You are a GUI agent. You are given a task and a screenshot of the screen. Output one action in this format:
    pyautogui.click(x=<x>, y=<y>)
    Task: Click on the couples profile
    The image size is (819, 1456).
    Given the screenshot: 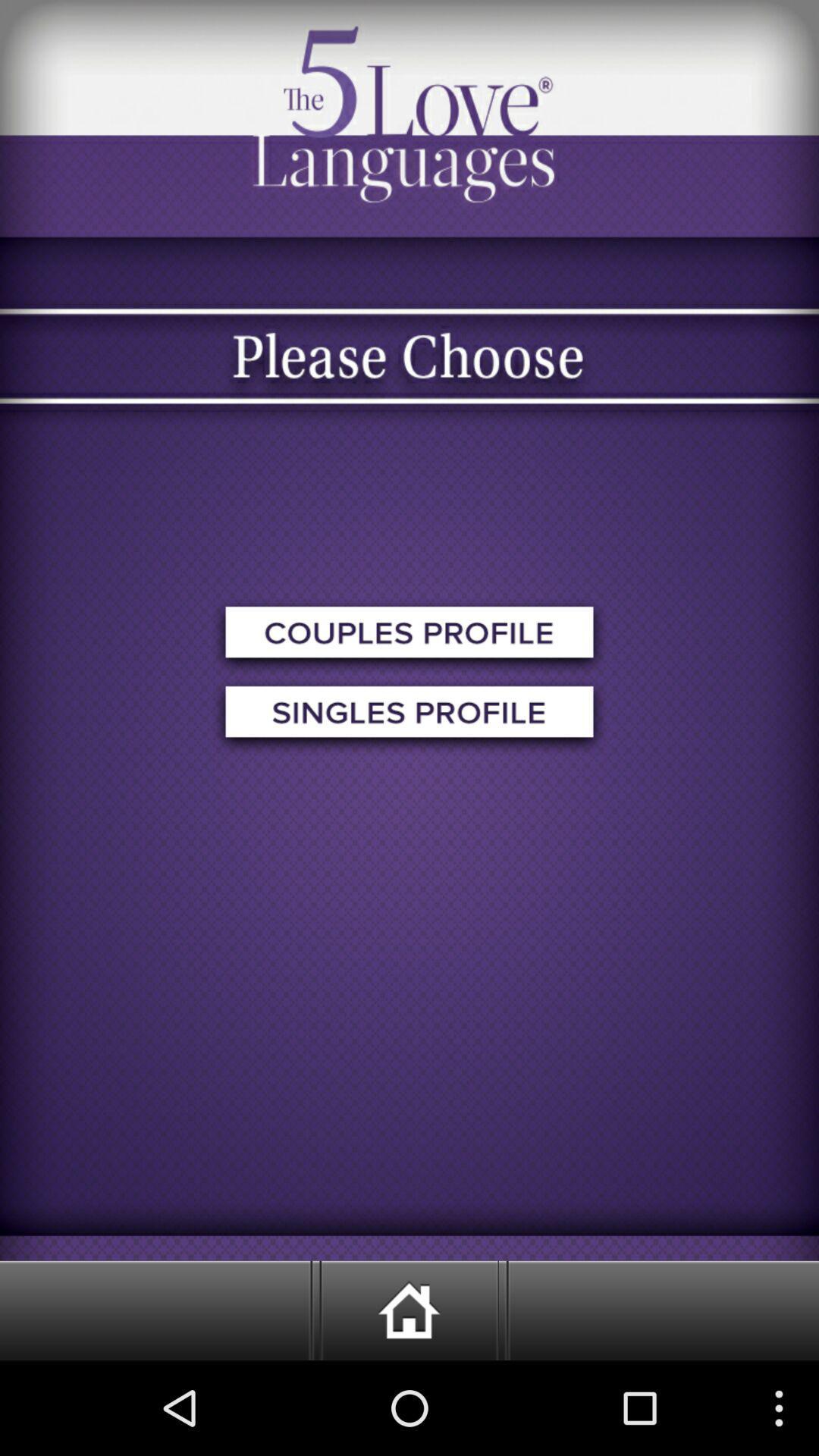 What is the action you would take?
    pyautogui.click(x=409, y=637)
    